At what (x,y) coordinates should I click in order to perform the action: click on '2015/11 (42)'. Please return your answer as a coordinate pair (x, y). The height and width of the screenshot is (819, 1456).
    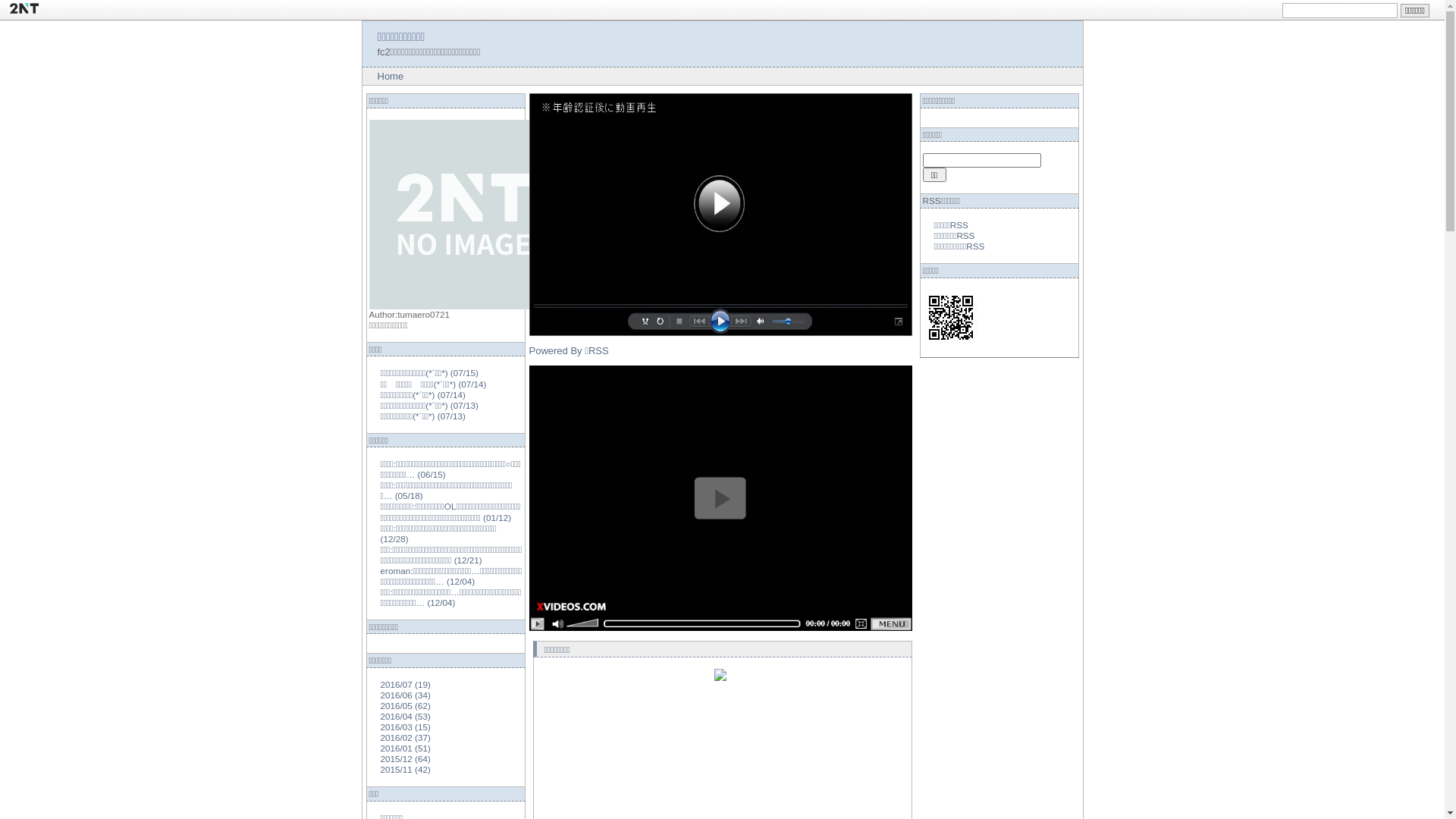
    Looking at the image, I should click on (381, 769).